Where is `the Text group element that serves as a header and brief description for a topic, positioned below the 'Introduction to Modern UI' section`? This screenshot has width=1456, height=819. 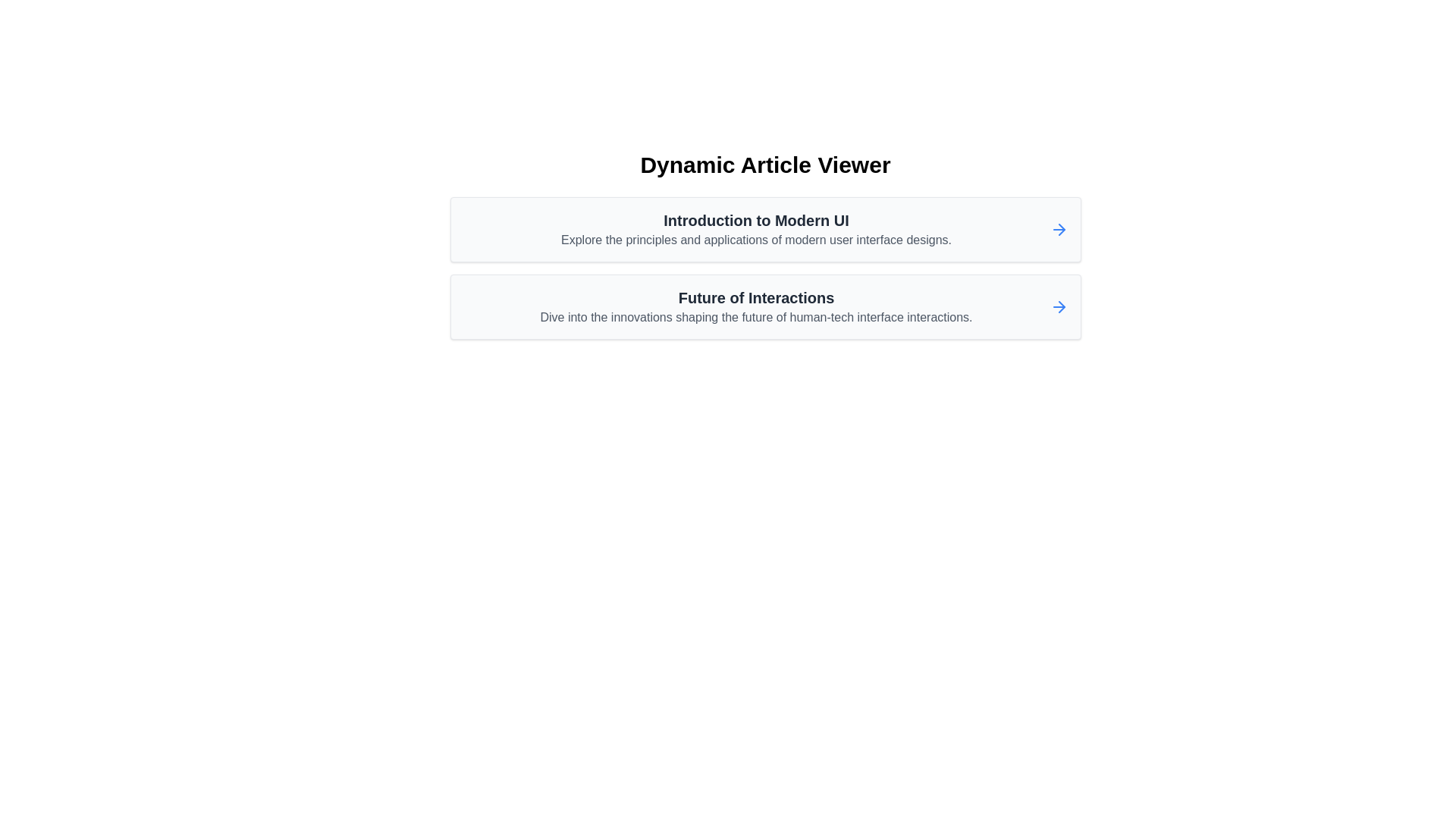 the Text group element that serves as a header and brief description for a topic, positioned below the 'Introduction to Modern UI' section is located at coordinates (756, 307).